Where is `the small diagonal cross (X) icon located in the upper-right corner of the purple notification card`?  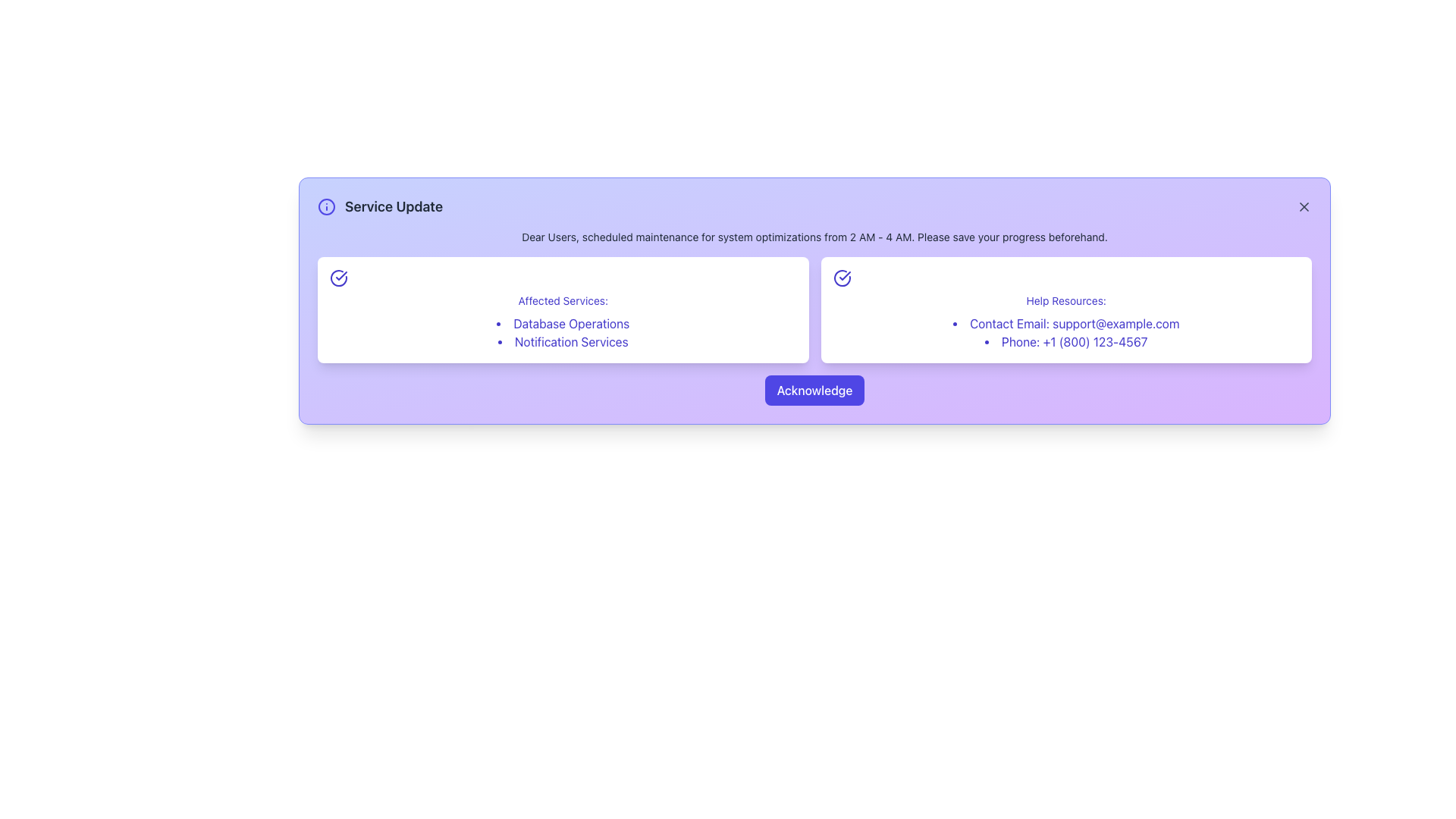 the small diagonal cross (X) icon located in the upper-right corner of the purple notification card is located at coordinates (1303, 207).